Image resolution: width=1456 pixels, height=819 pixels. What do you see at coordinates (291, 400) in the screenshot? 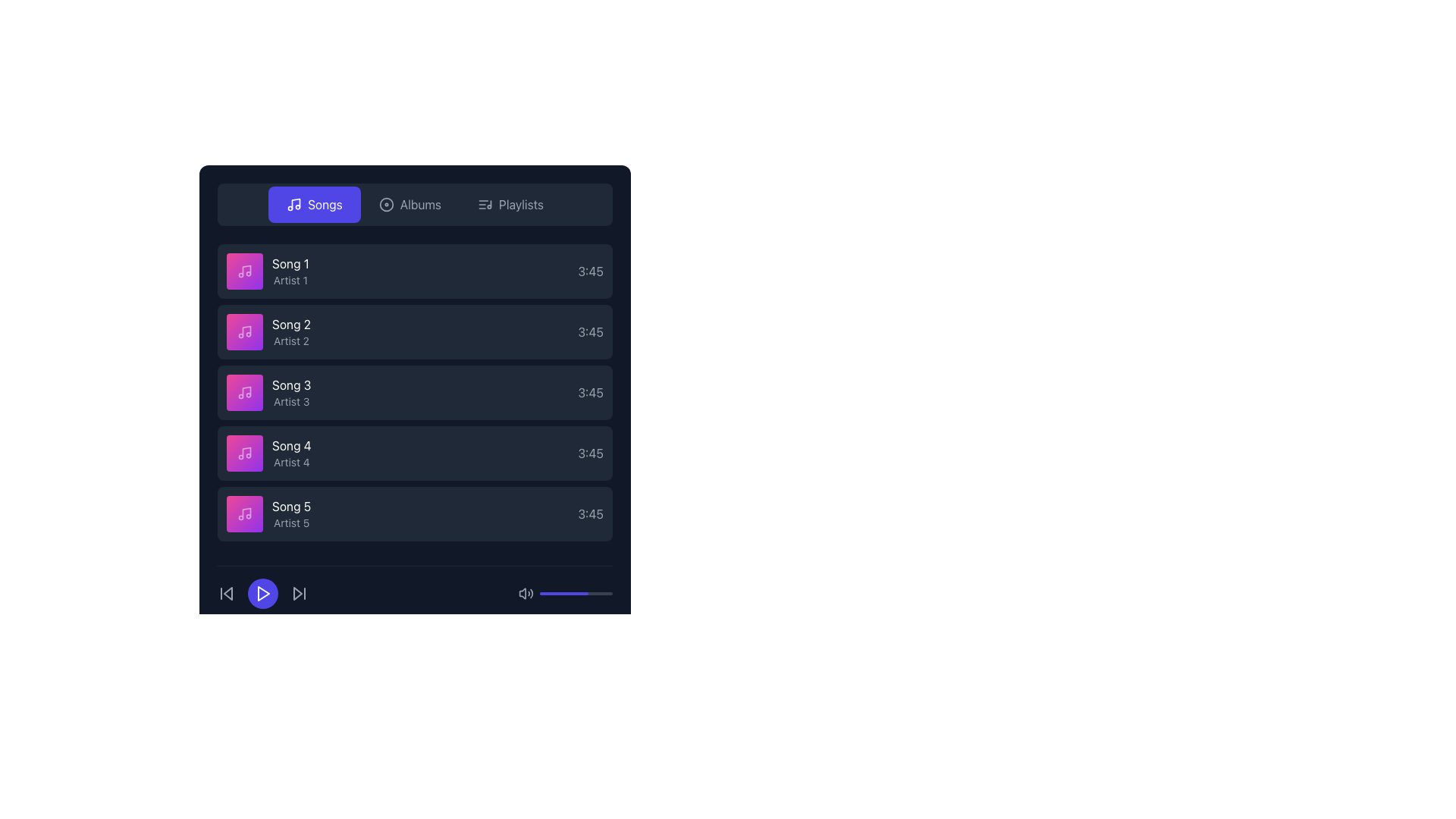
I see `the static text label displaying 'Artist 3', which is located in the third row of a list, beneath the text 'Song 3'` at bounding box center [291, 400].